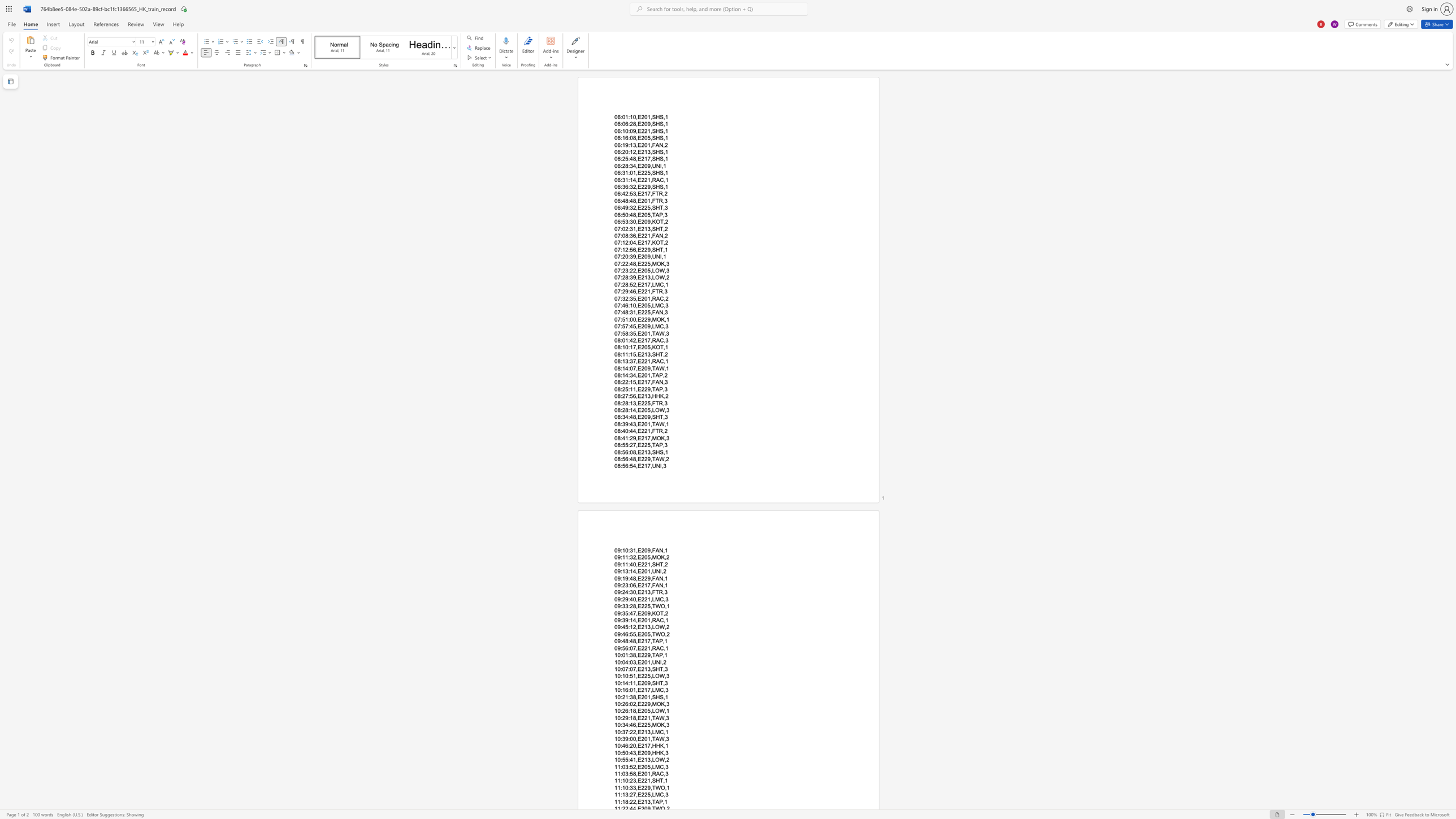 The image size is (1456, 819). Describe the element at coordinates (628, 200) in the screenshot. I see `the space between the continuous character "8" and ":" in the text` at that location.